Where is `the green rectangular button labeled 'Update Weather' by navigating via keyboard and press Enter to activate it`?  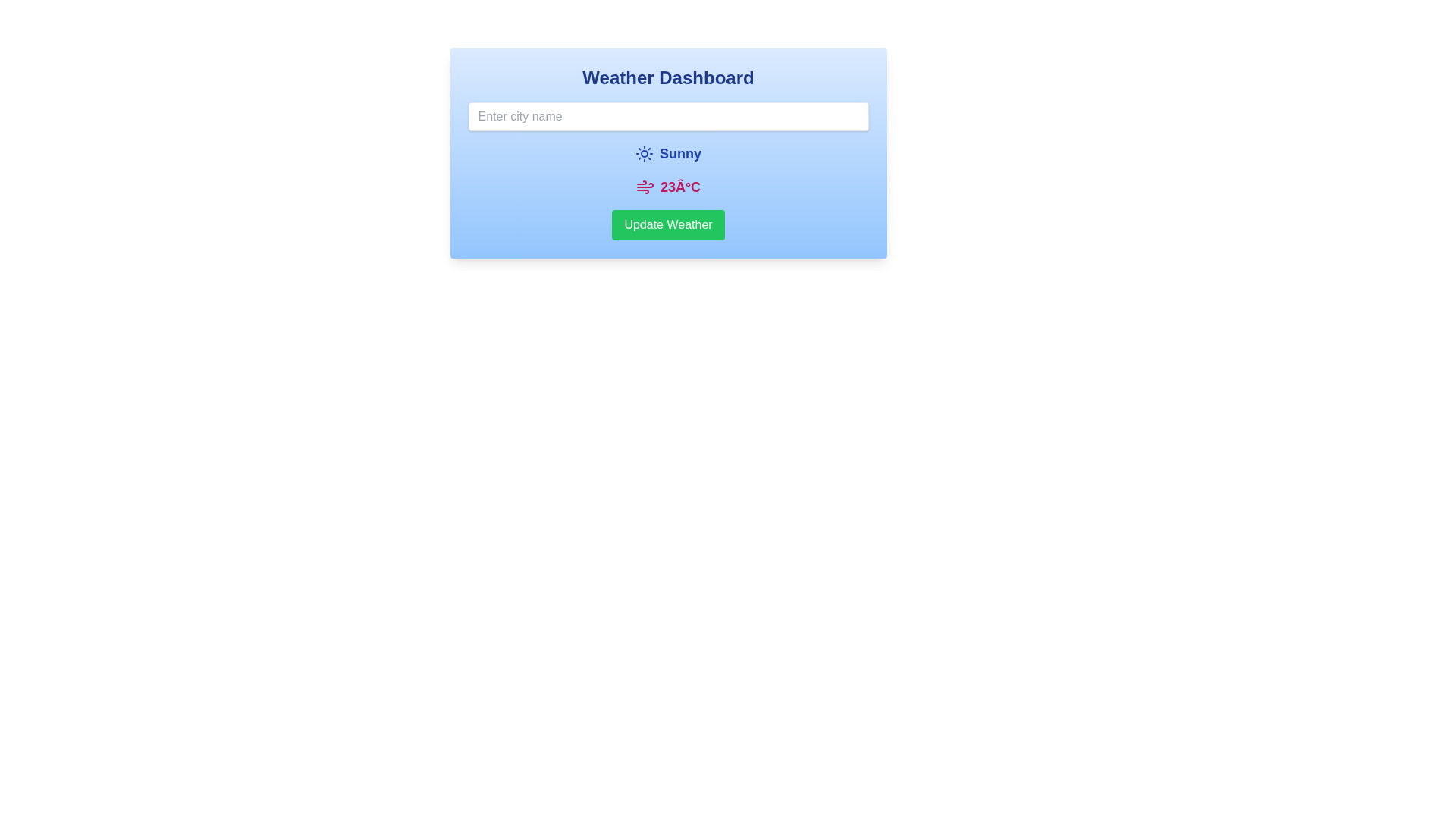
the green rectangular button labeled 'Update Weather' by navigating via keyboard and press Enter to activate it is located at coordinates (667, 225).